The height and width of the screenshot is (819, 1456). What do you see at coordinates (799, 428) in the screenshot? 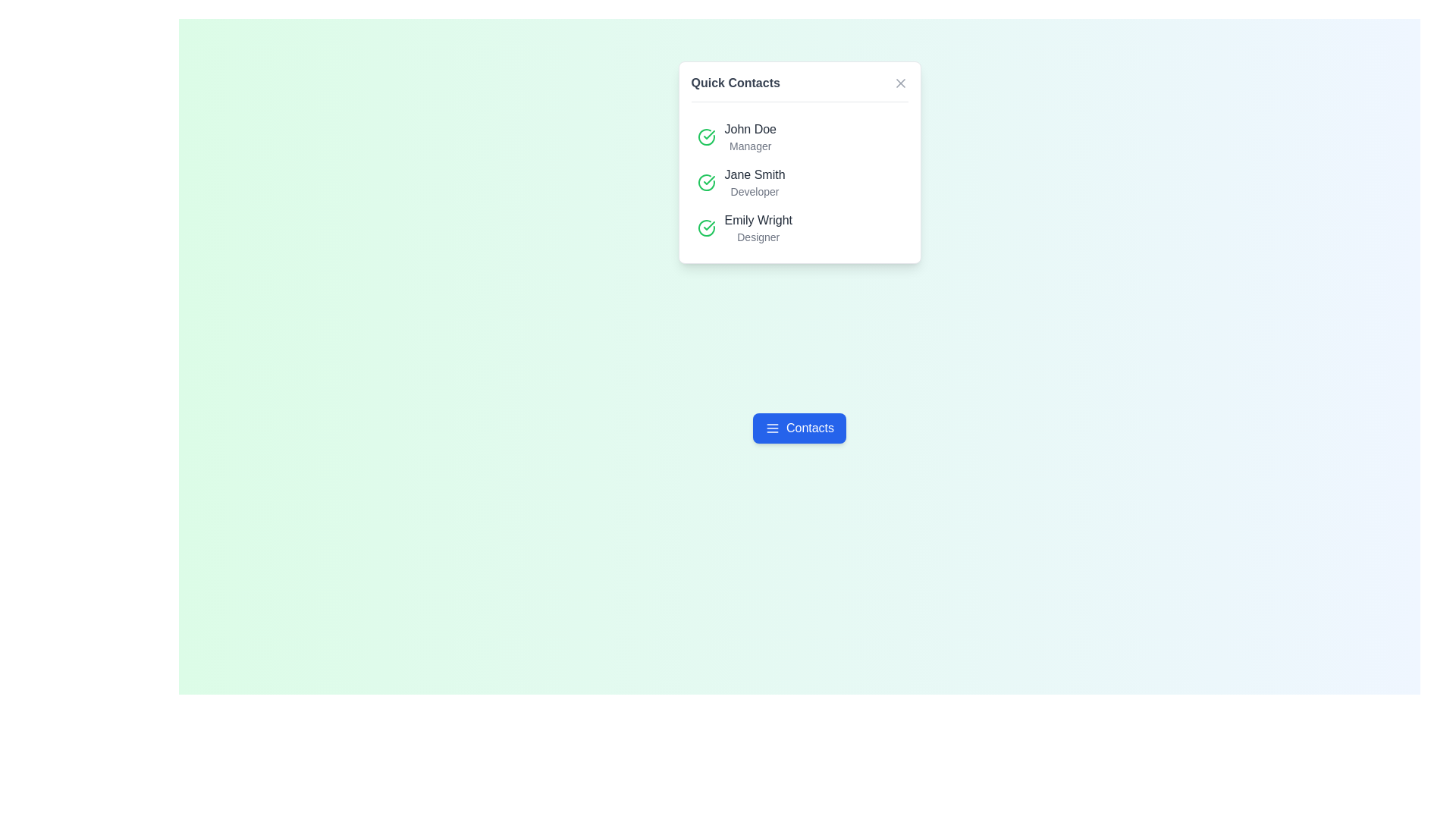
I see `the blue 'Contacts' button with white text and a three-bar menu icon` at bounding box center [799, 428].